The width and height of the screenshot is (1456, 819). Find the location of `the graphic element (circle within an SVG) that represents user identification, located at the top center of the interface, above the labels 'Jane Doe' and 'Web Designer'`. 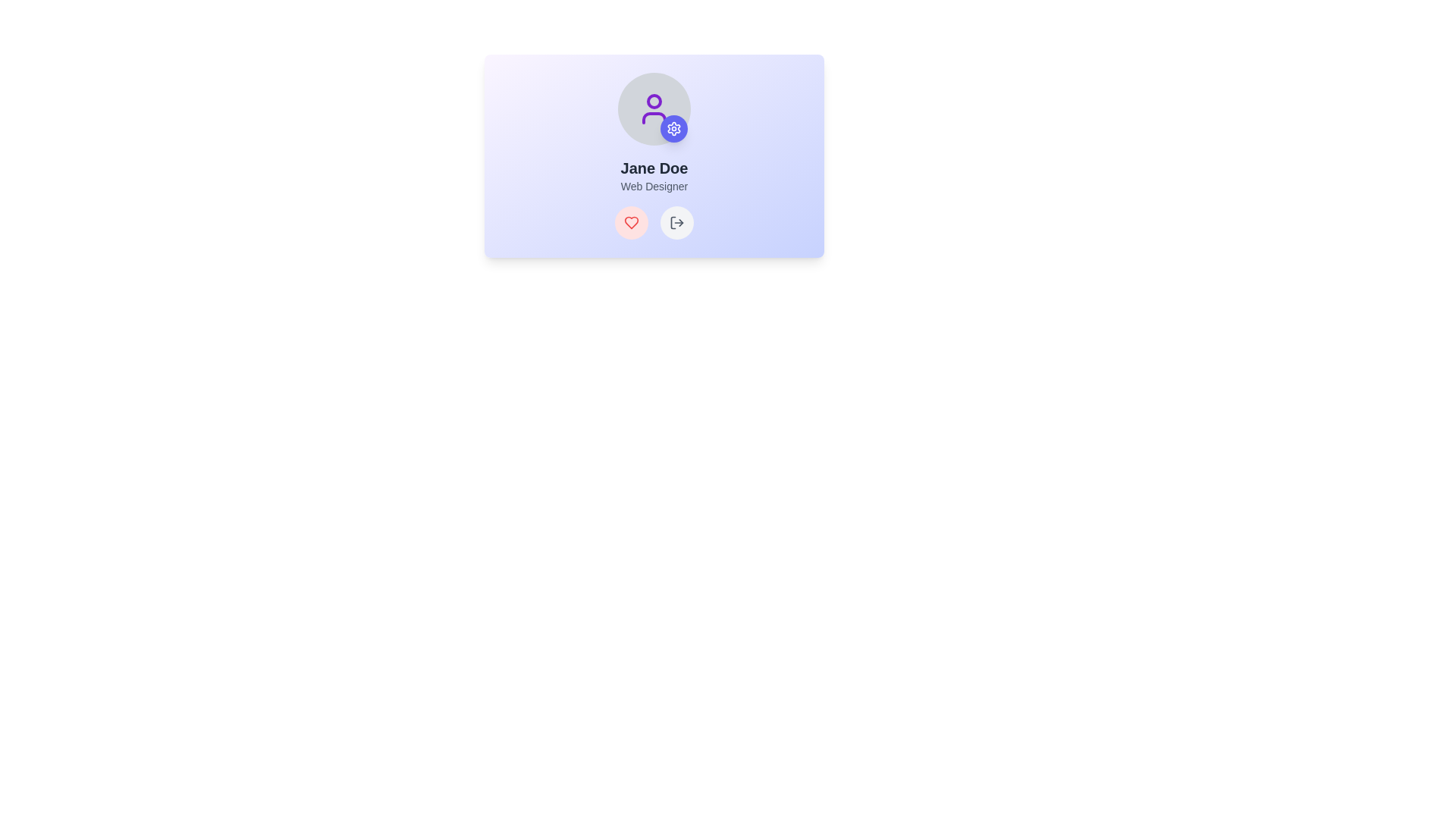

the graphic element (circle within an SVG) that represents user identification, located at the top center of the interface, above the labels 'Jane Doe' and 'Web Designer' is located at coordinates (654, 102).